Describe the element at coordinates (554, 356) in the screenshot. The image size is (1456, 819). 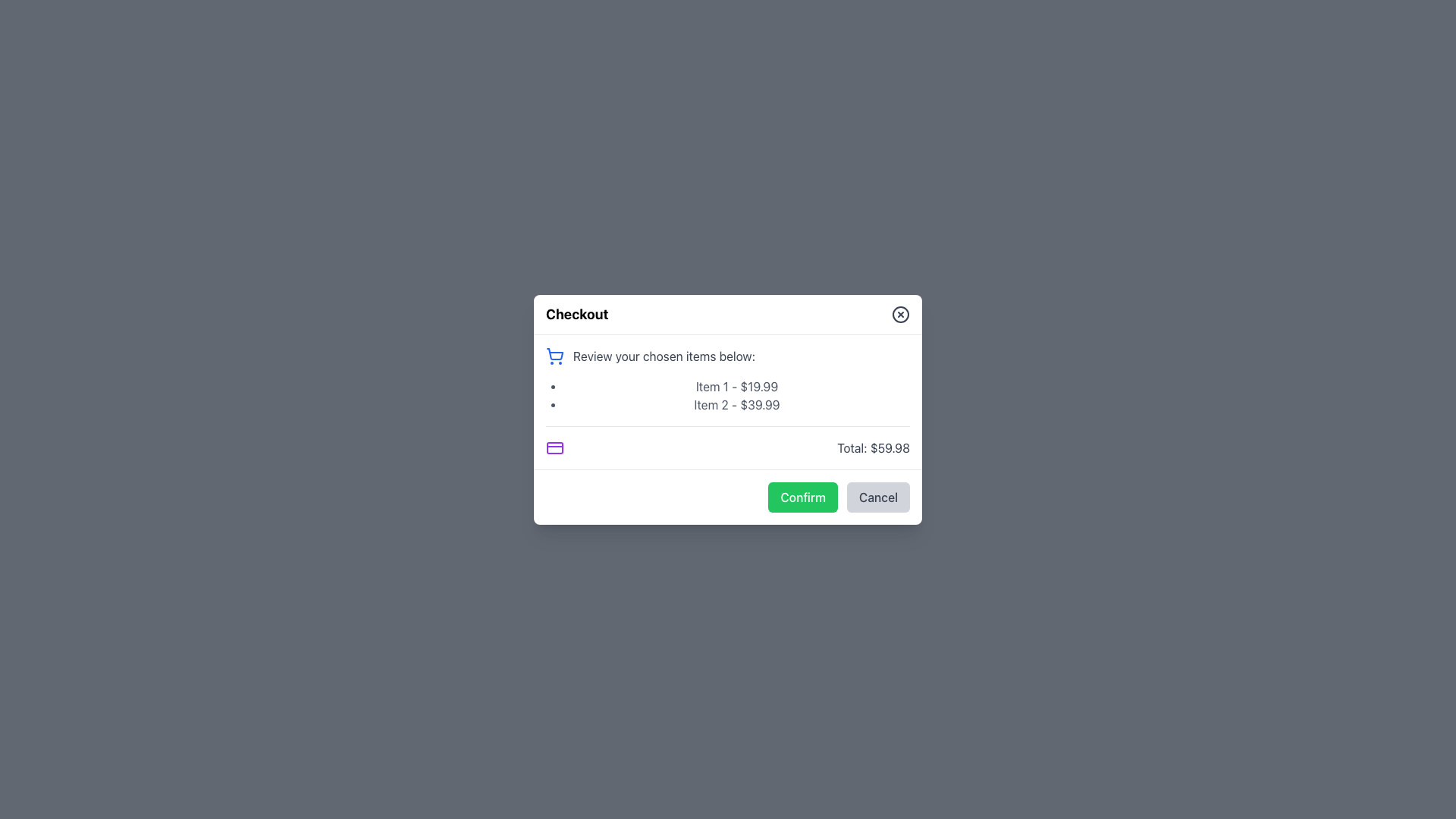
I see `the blue shopping cart icon located at the top-left of the content area within the dialog box, next to the text 'Review your chosen items below:', if it has interactive functionality` at that location.